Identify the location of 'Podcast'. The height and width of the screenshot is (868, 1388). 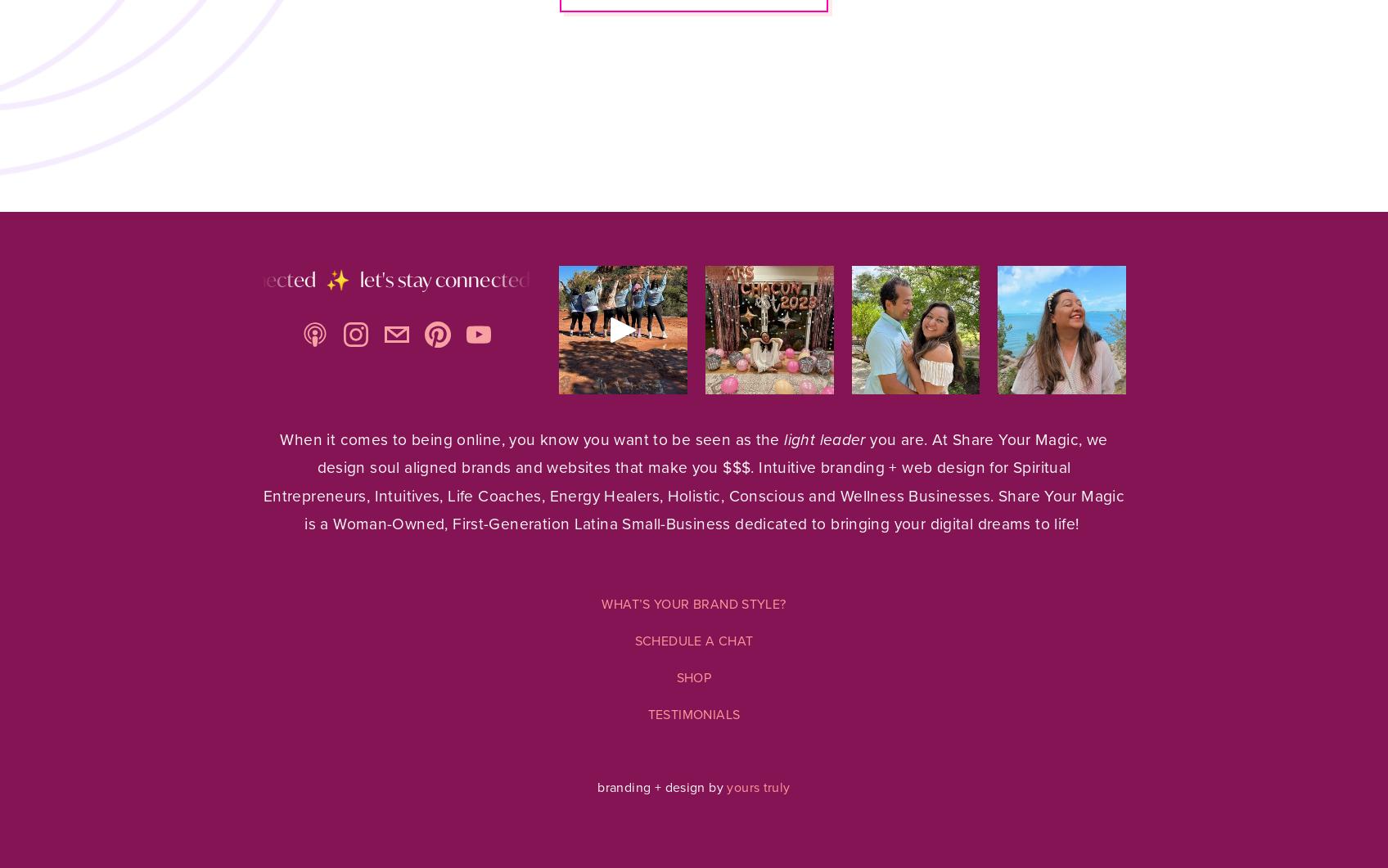
(692, 81).